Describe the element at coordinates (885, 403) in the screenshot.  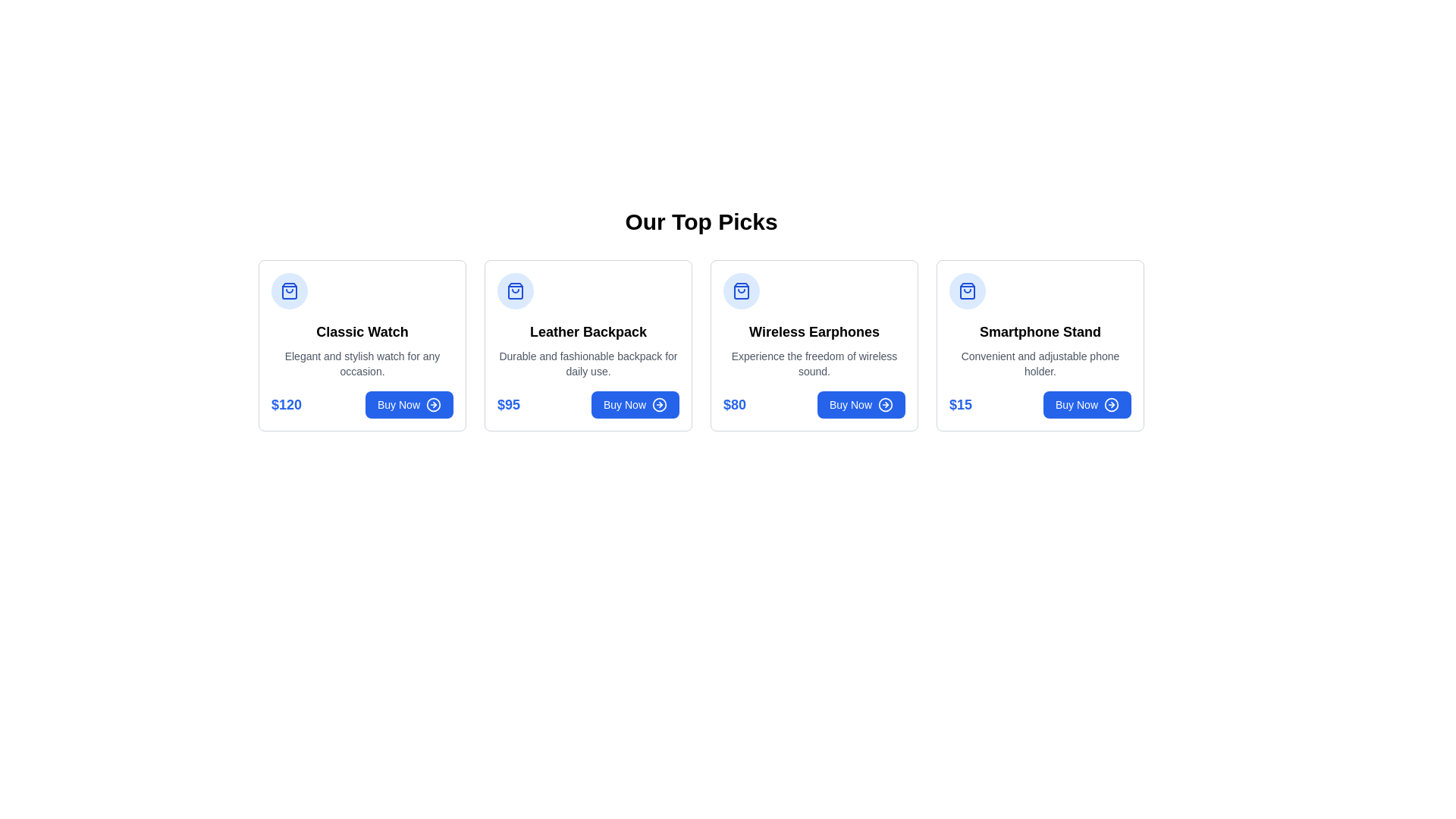
I see `the circular indicator within the icon of the 'Wireless Earphones' product card, which is located at the center-right of the card` at that location.